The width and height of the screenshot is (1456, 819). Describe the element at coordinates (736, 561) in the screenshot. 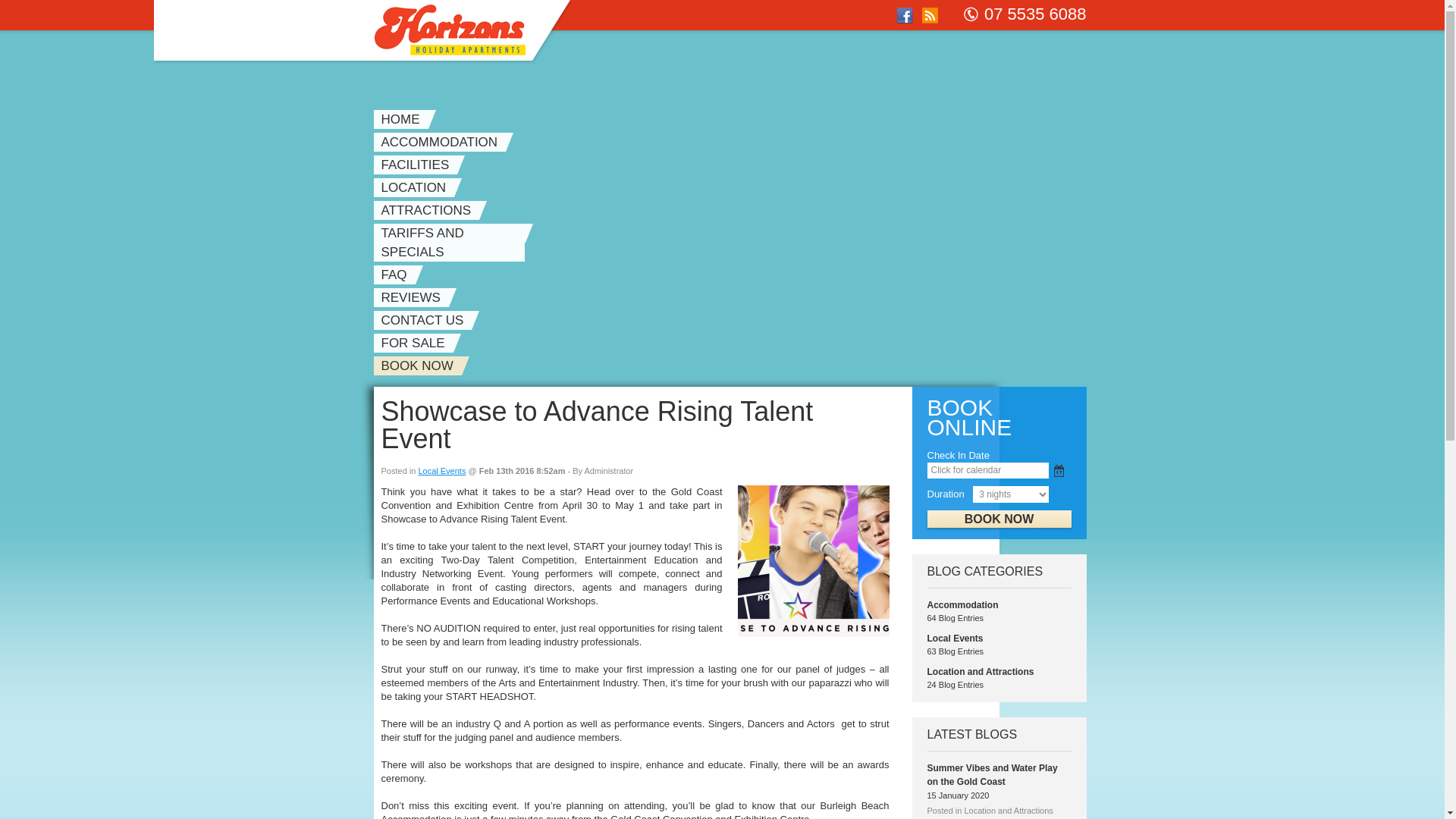

I see `'Showcase To Advance Rising Talent Event'` at that location.